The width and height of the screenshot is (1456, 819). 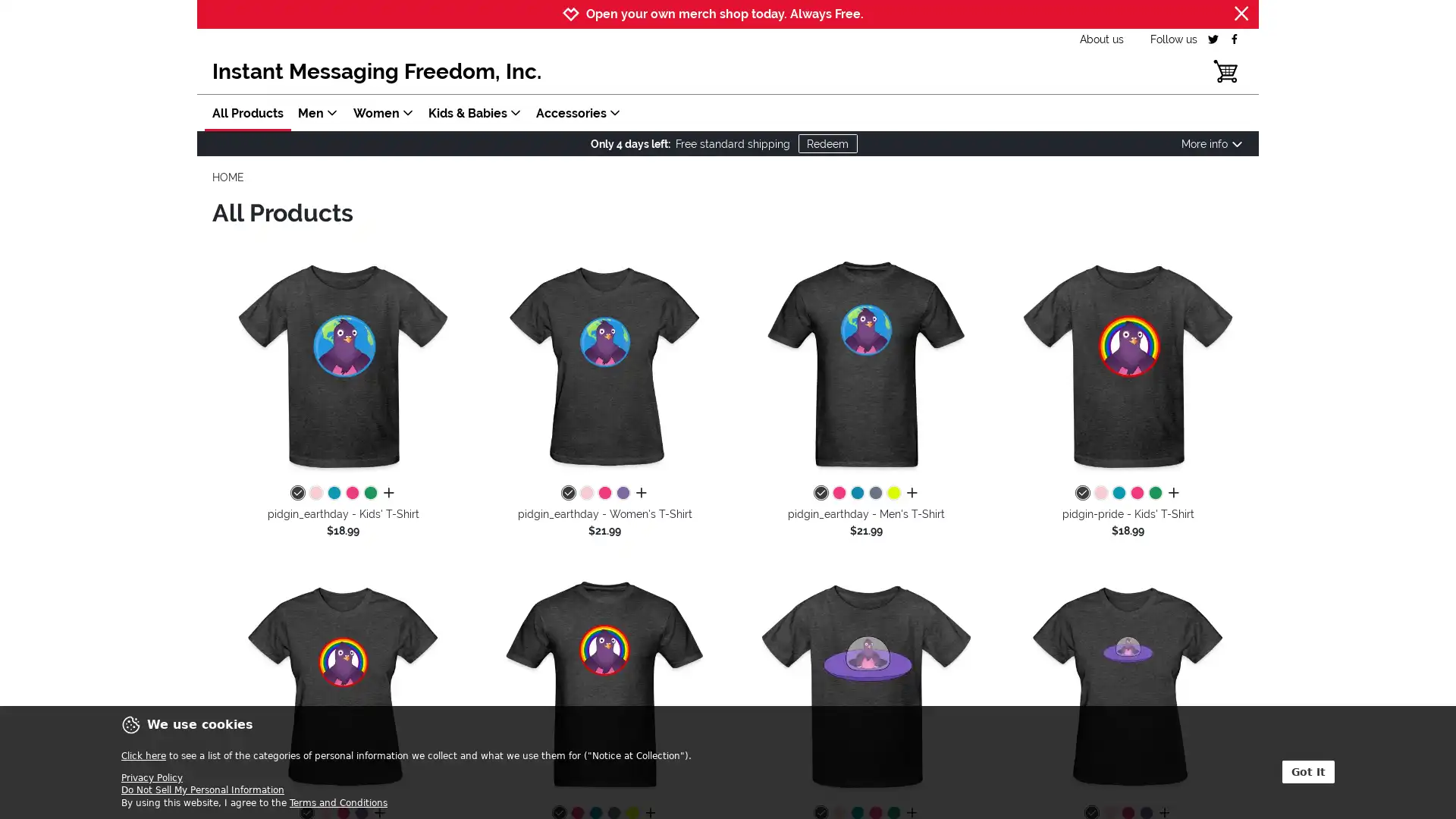 What do you see at coordinates (566, 494) in the screenshot?
I see `heather black` at bounding box center [566, 494].